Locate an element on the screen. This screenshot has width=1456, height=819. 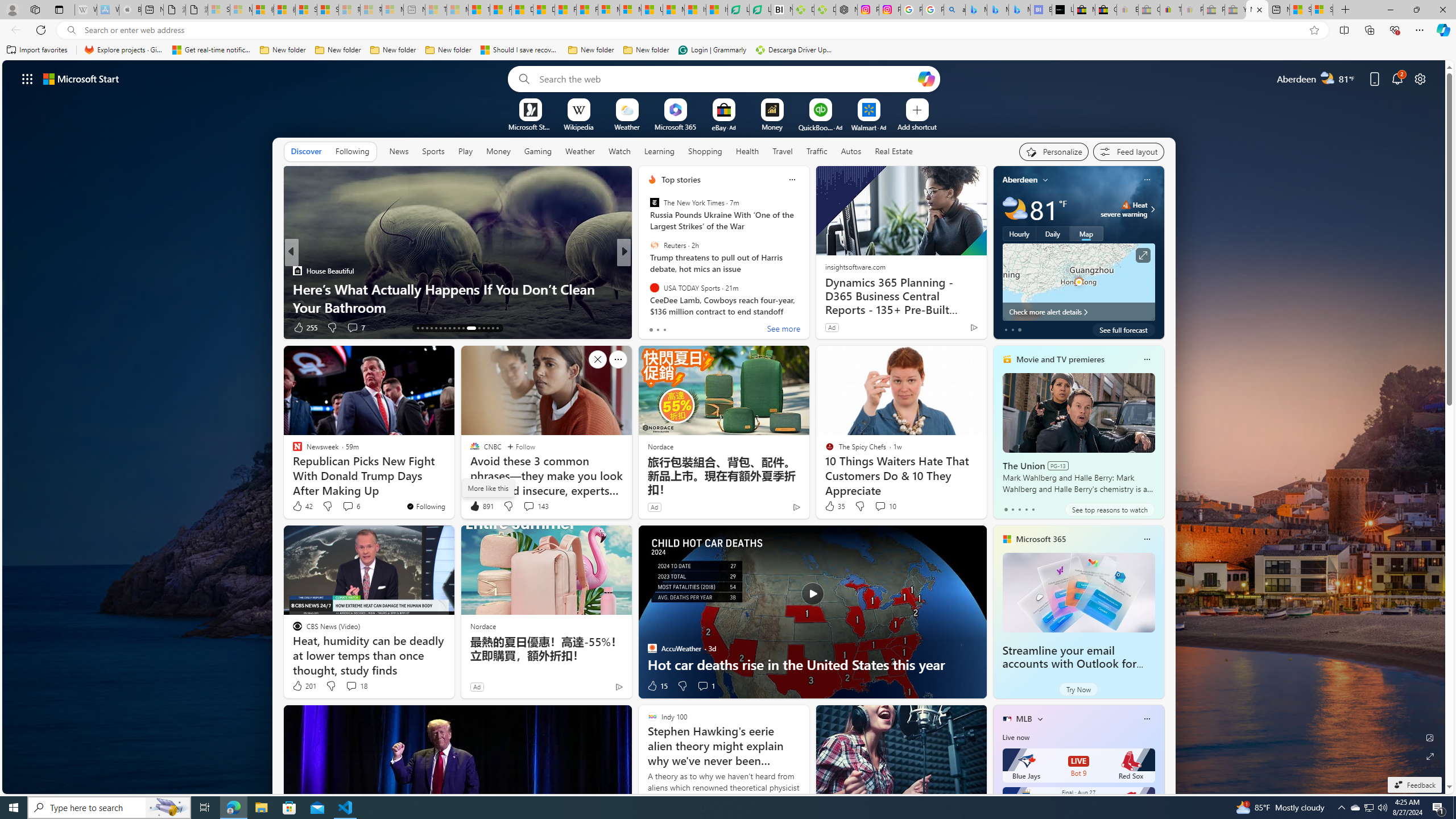
'View comments 18 Comment' is located at coordinates (355, 686).